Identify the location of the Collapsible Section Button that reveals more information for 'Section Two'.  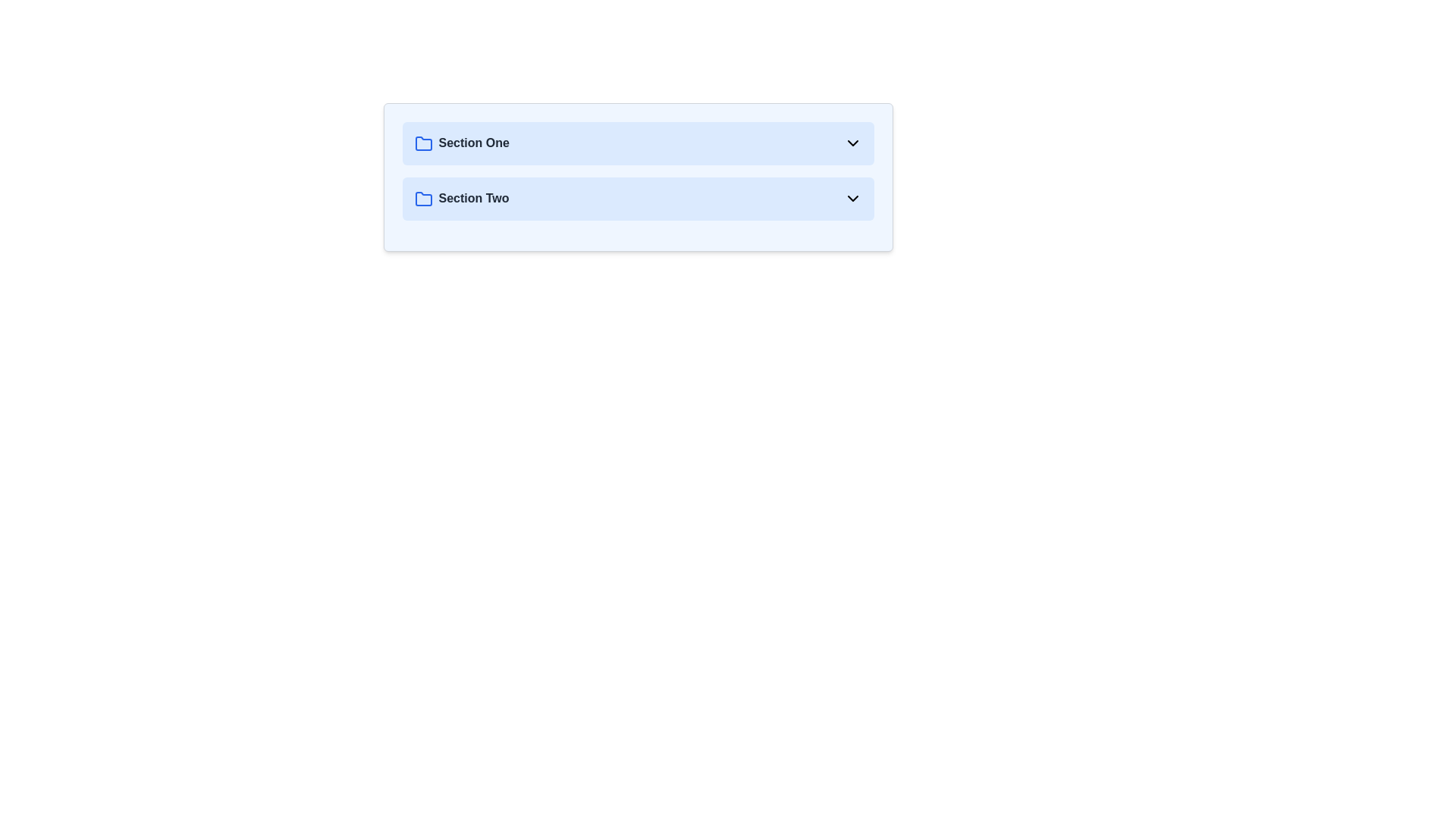
(638, 198).